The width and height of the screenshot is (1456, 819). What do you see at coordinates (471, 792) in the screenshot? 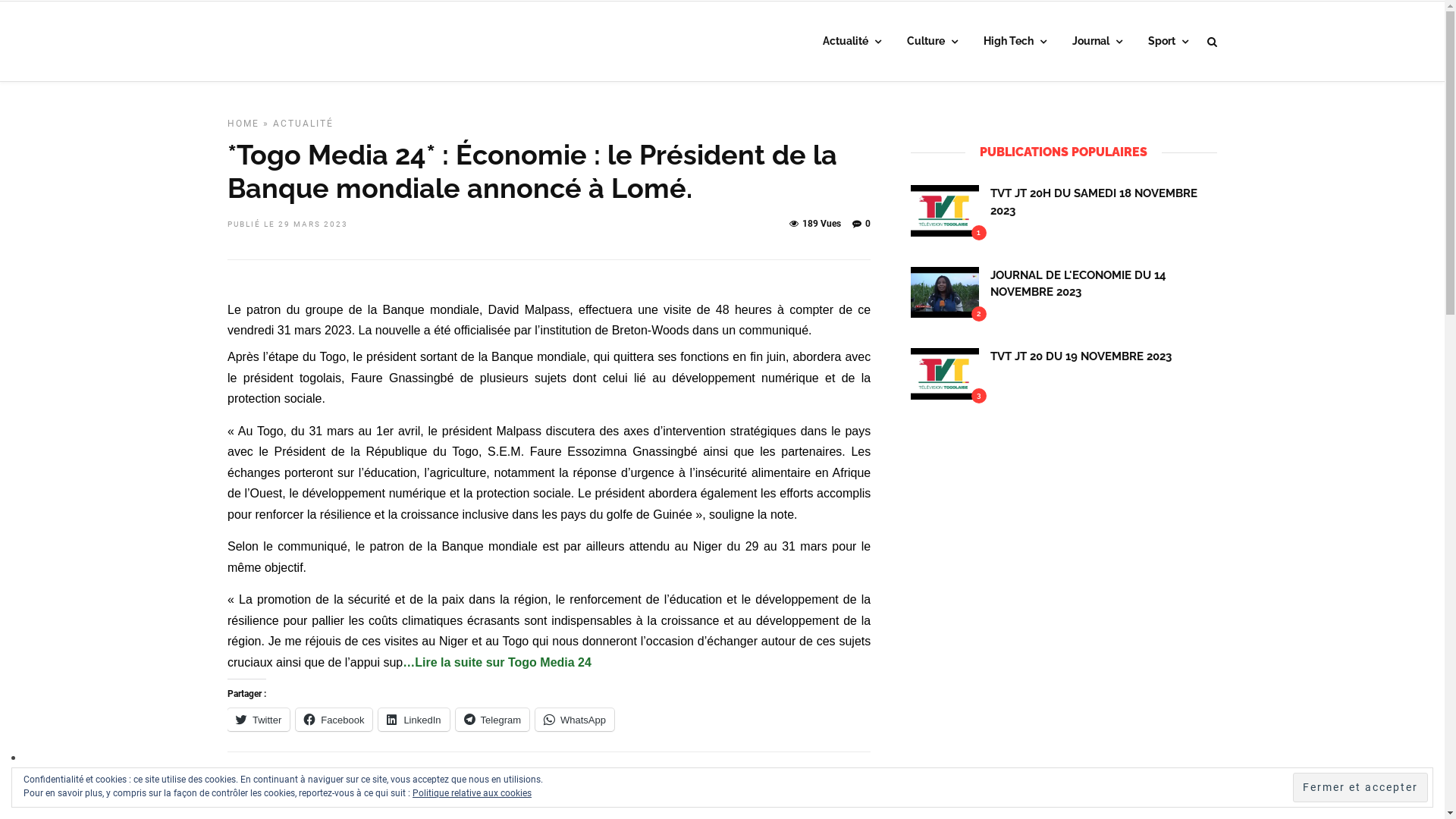
I see `'Politique relative aux cookies'` at bounding box center [471, 792].